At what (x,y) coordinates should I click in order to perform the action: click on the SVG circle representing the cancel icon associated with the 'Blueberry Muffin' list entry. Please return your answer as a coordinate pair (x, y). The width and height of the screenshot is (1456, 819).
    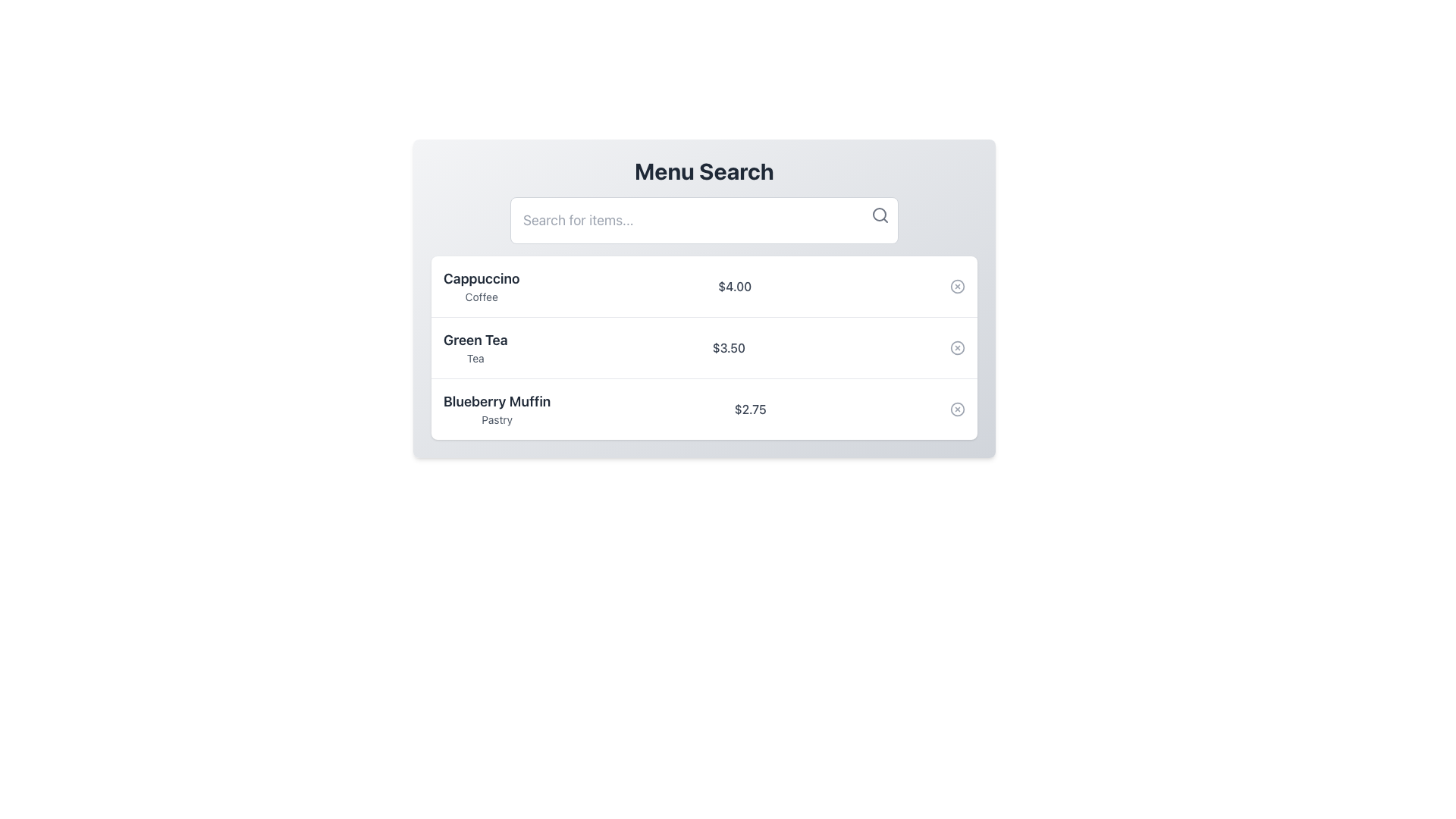
    Looking at the image, I should click on (956, 409).